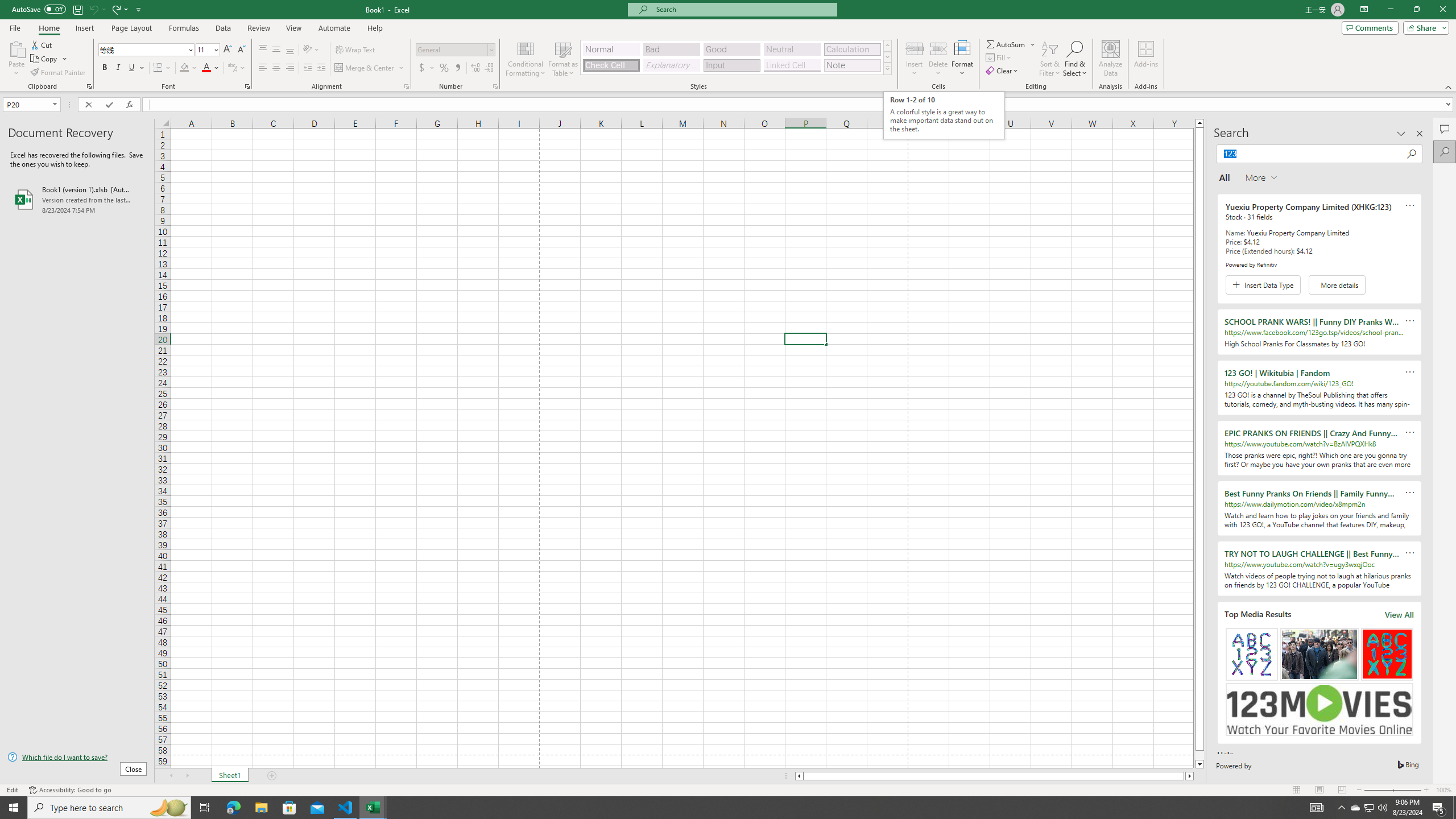  What do you see at coordinates (1006, 44) in the screenshot?
I see `'Sum'` at bounding box center [1006, 44].